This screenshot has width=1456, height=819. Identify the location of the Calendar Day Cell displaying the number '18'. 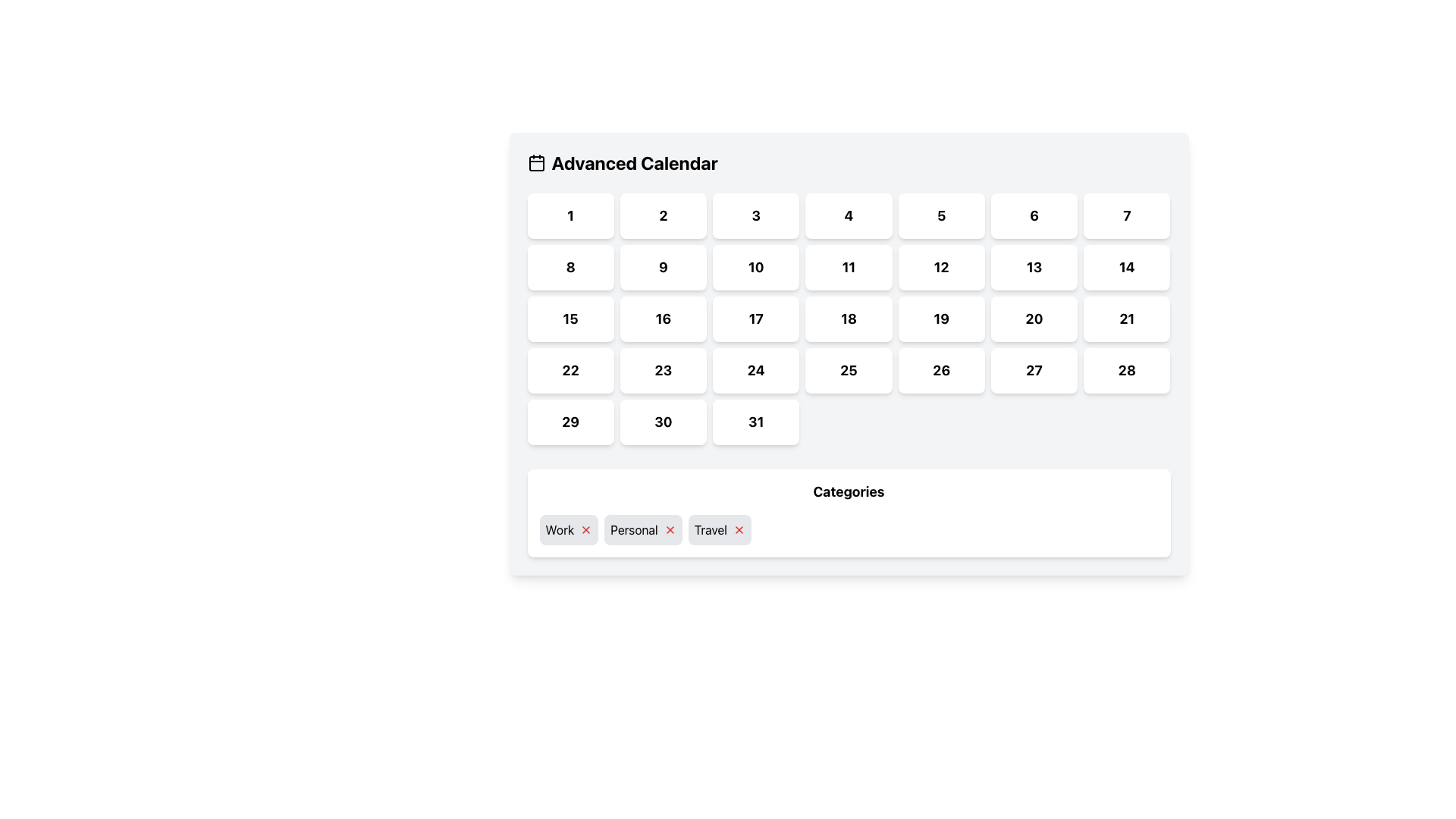
(848, 318).